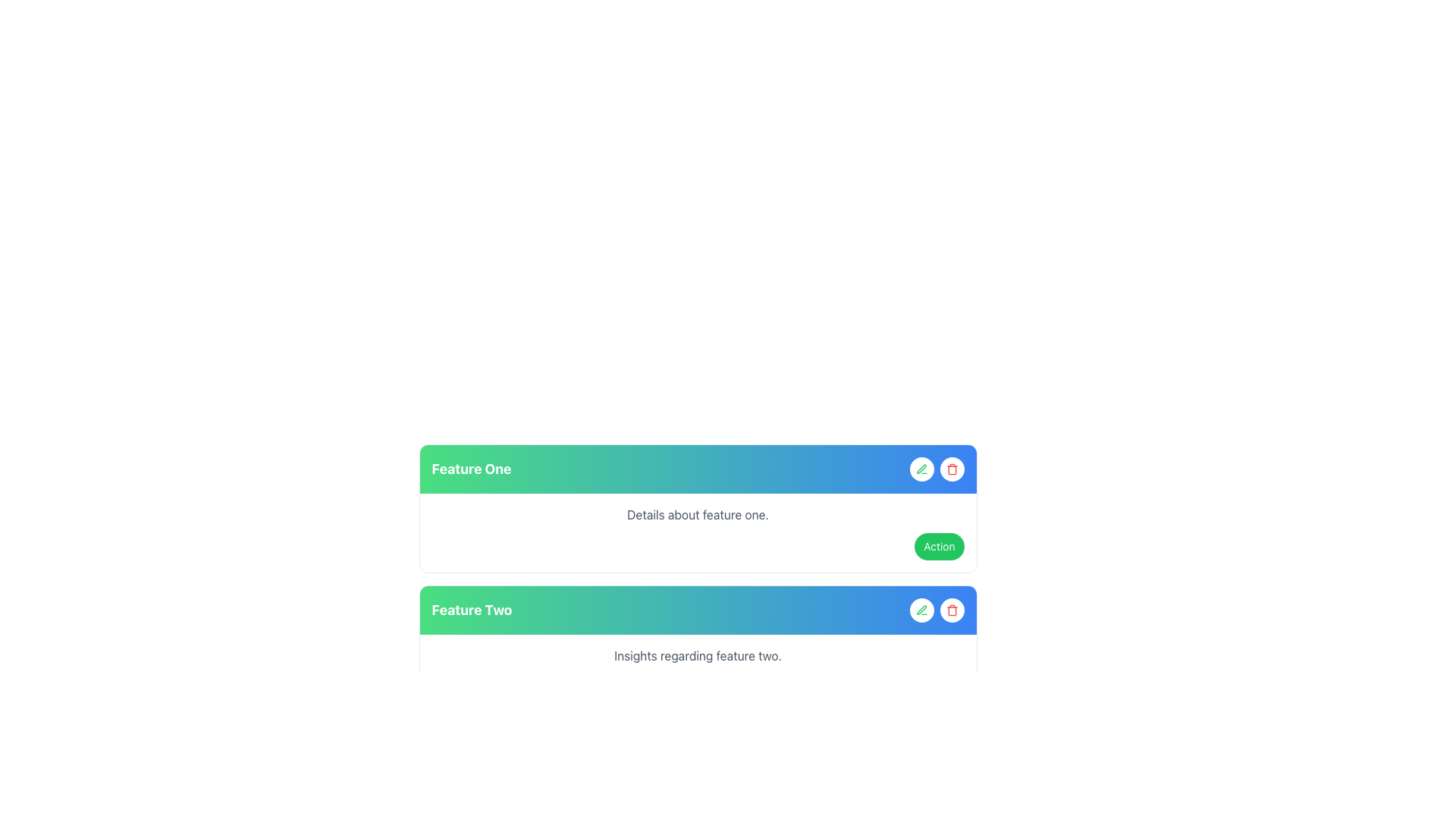 This screenshot has width=1456, height=819. I want to click on the edit button on the dual-action toolbar located at the top right corner of the 'Feature Two' section to initiate editing, so click(936, 610).